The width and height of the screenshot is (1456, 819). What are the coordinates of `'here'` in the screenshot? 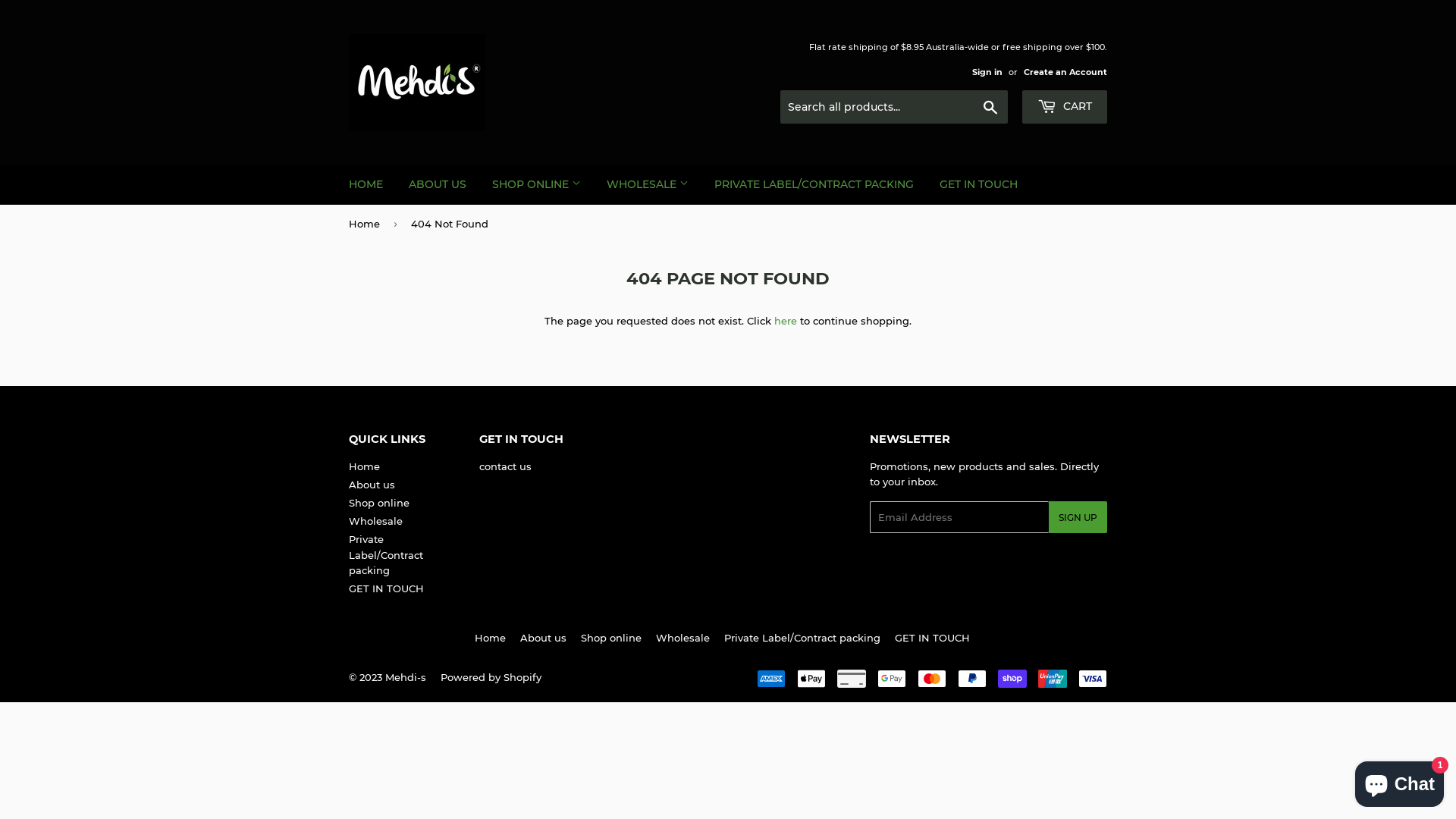 It's located at (786, 320).